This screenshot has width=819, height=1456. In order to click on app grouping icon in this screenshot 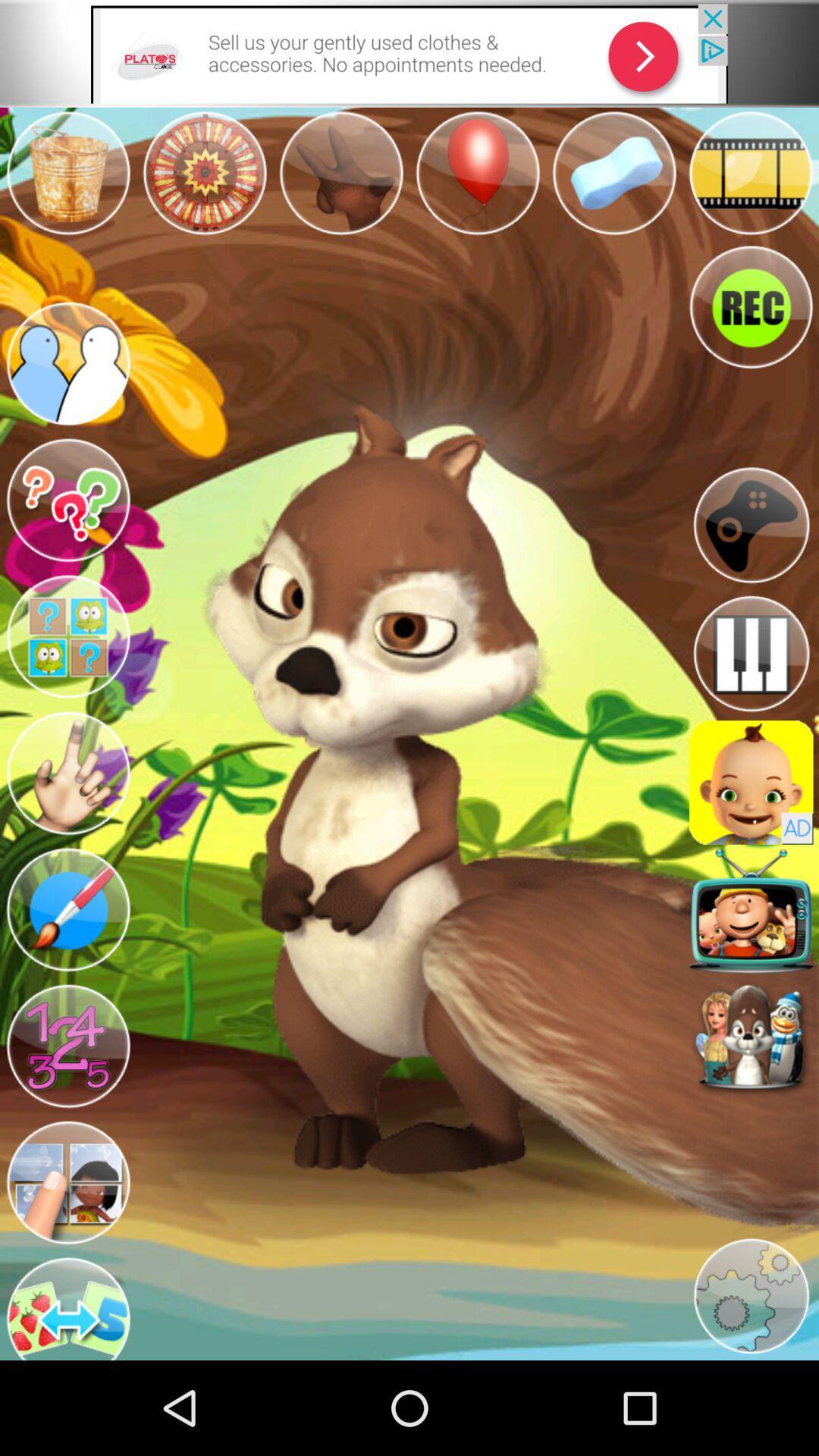, I will do `click(67, 637)`.